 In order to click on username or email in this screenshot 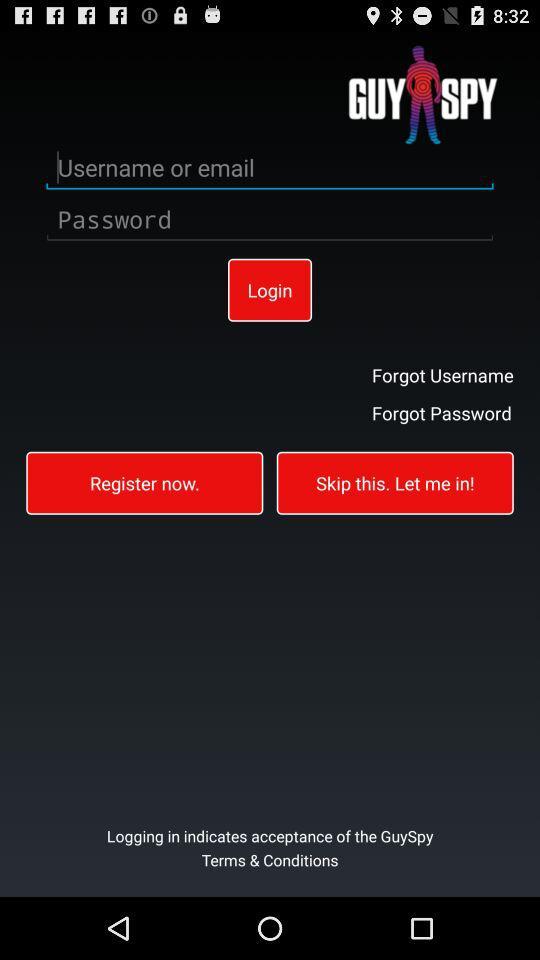, I will do `click(270, 167)`.